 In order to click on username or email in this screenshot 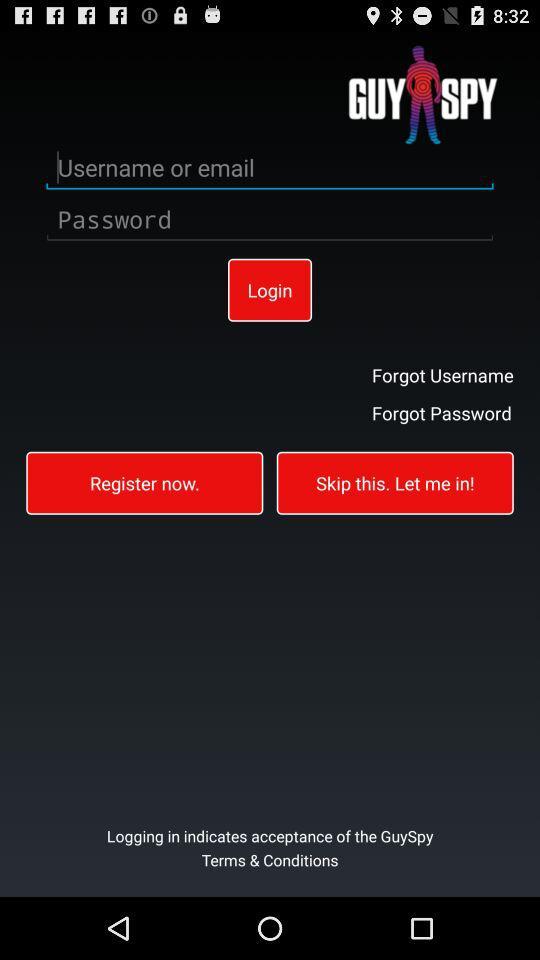, I will do `click(270, 167)`.